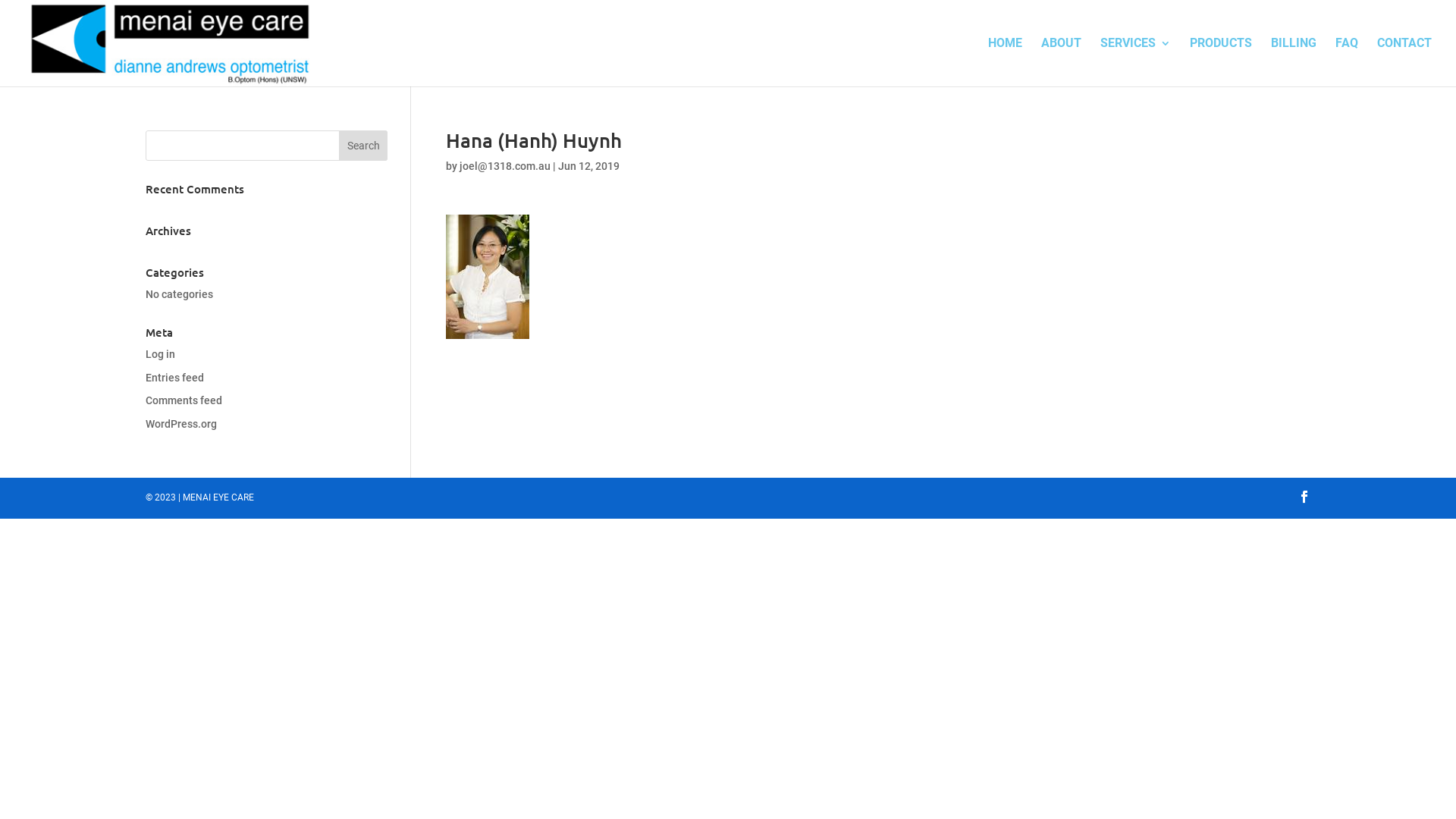  I want to click on 'CONTACT', so click(1404, 61).